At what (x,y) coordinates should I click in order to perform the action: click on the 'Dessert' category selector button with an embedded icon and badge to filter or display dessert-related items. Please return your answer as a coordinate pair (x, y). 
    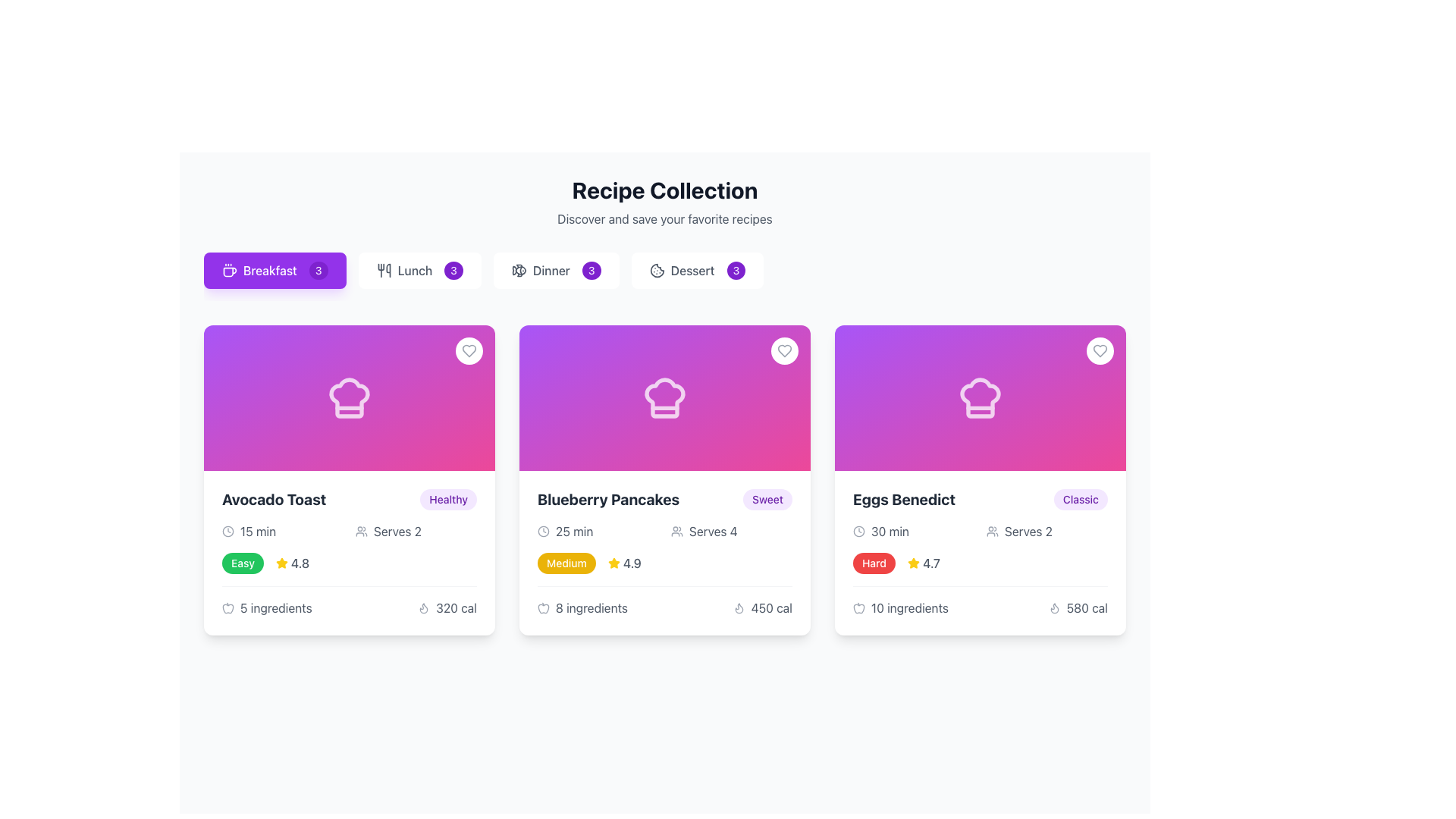
    Looking at the image, I should click on (697, 270).